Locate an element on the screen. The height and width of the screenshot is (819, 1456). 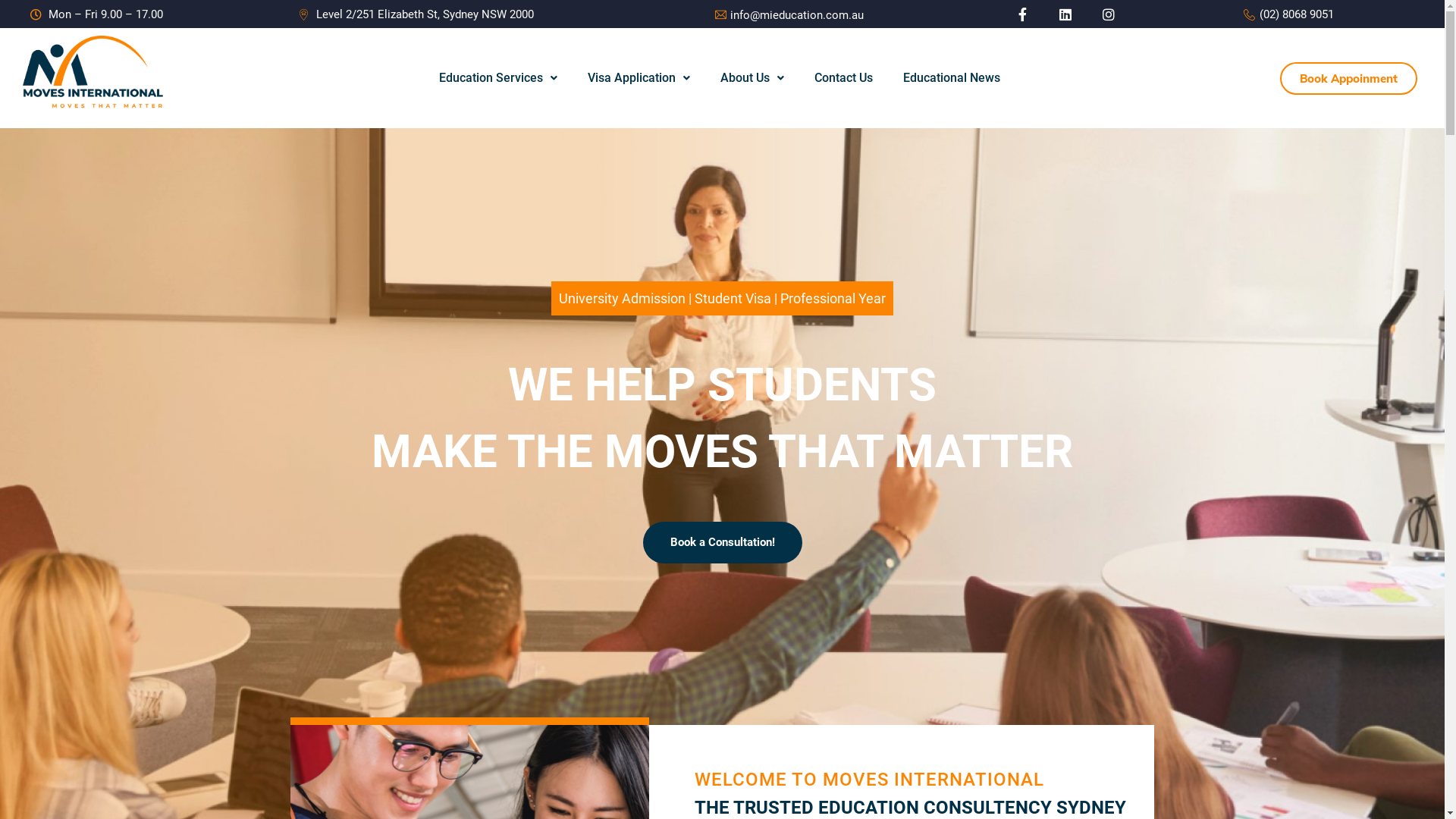
'Visa Application' is located at coordinates (639, 78).